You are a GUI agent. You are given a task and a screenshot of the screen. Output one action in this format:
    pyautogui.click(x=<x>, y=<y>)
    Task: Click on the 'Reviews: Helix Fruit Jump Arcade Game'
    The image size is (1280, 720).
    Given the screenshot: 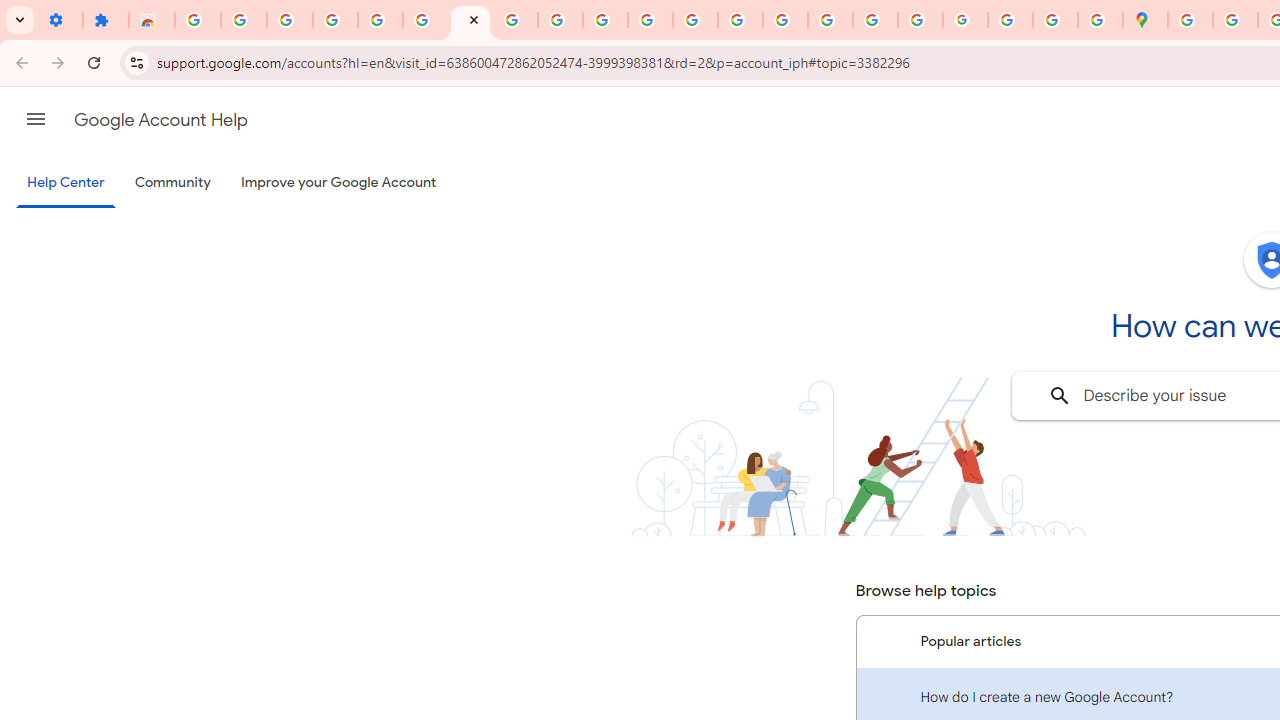 What is the action you would take?
    pyautogui.click(x=151, y=20)
    